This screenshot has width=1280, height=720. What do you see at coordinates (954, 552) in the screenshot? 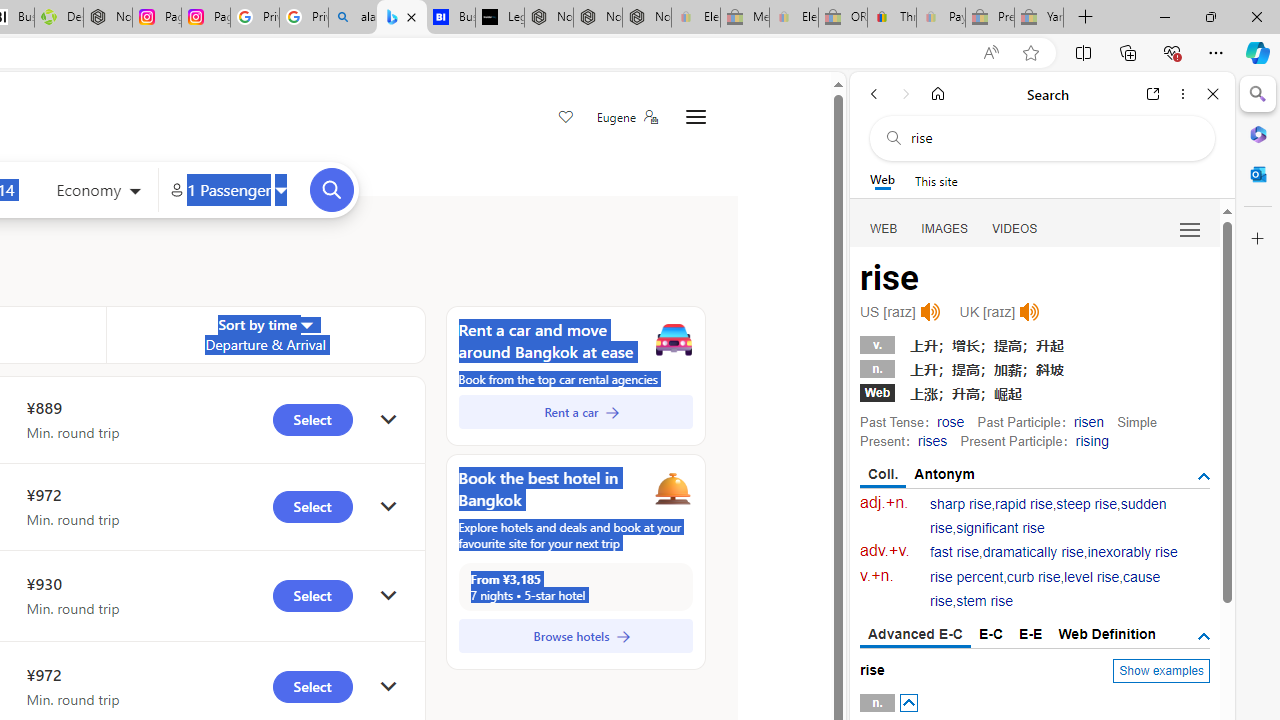
I see `'fast rise'` at bounding box center [954, 552].